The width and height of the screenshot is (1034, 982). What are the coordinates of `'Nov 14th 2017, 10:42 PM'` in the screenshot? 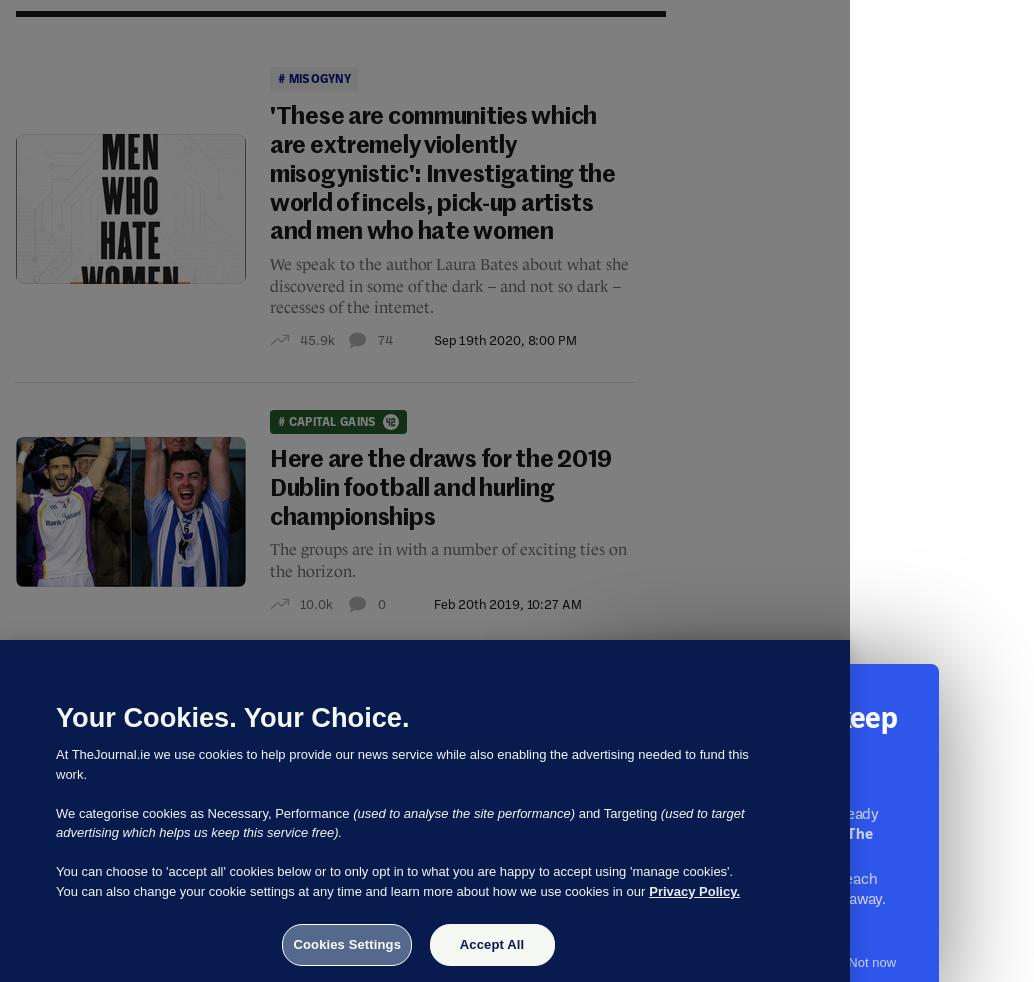 It's located at (505, 888).